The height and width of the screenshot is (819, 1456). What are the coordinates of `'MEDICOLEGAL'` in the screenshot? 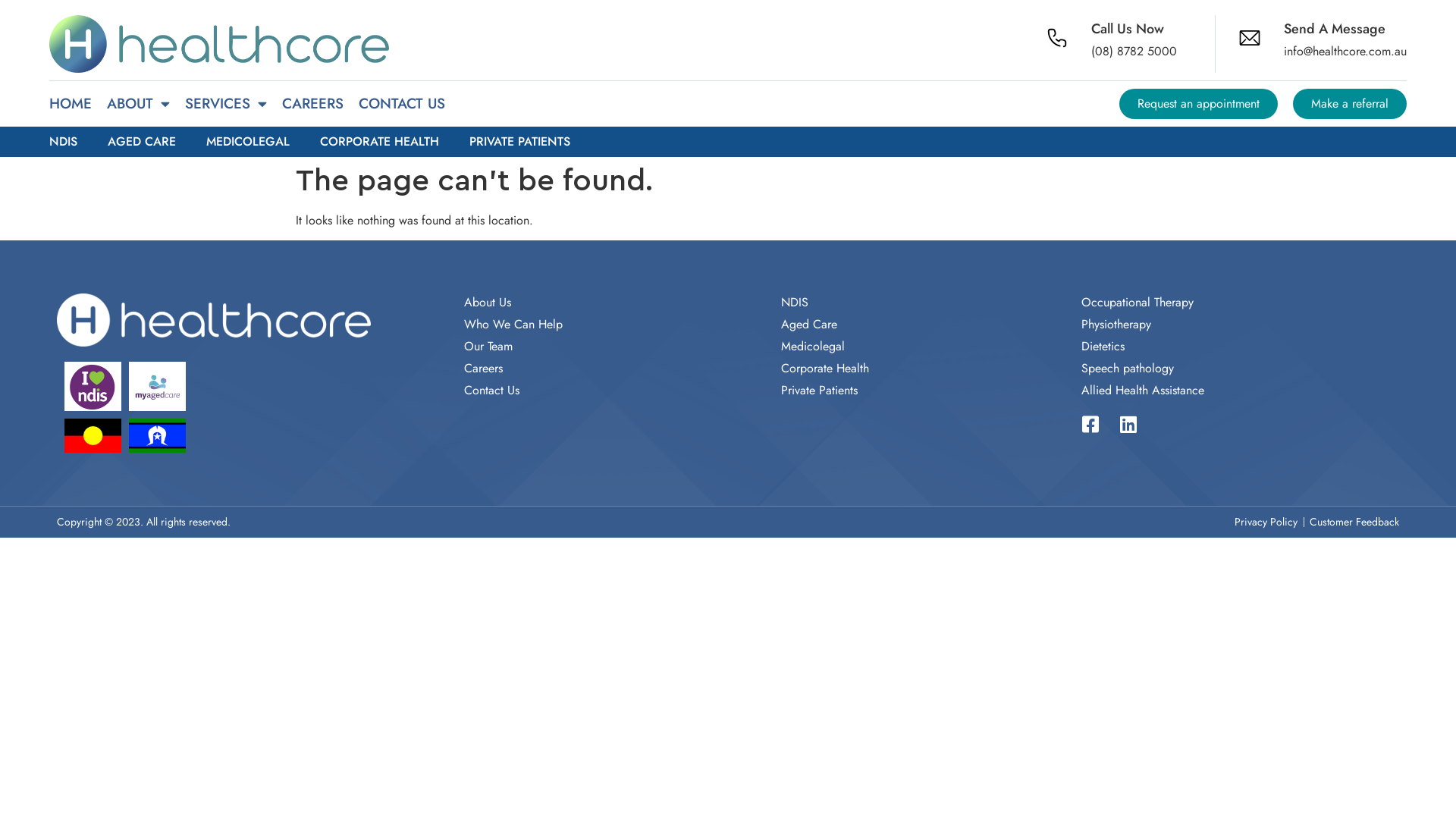 It's located at (247, 141).